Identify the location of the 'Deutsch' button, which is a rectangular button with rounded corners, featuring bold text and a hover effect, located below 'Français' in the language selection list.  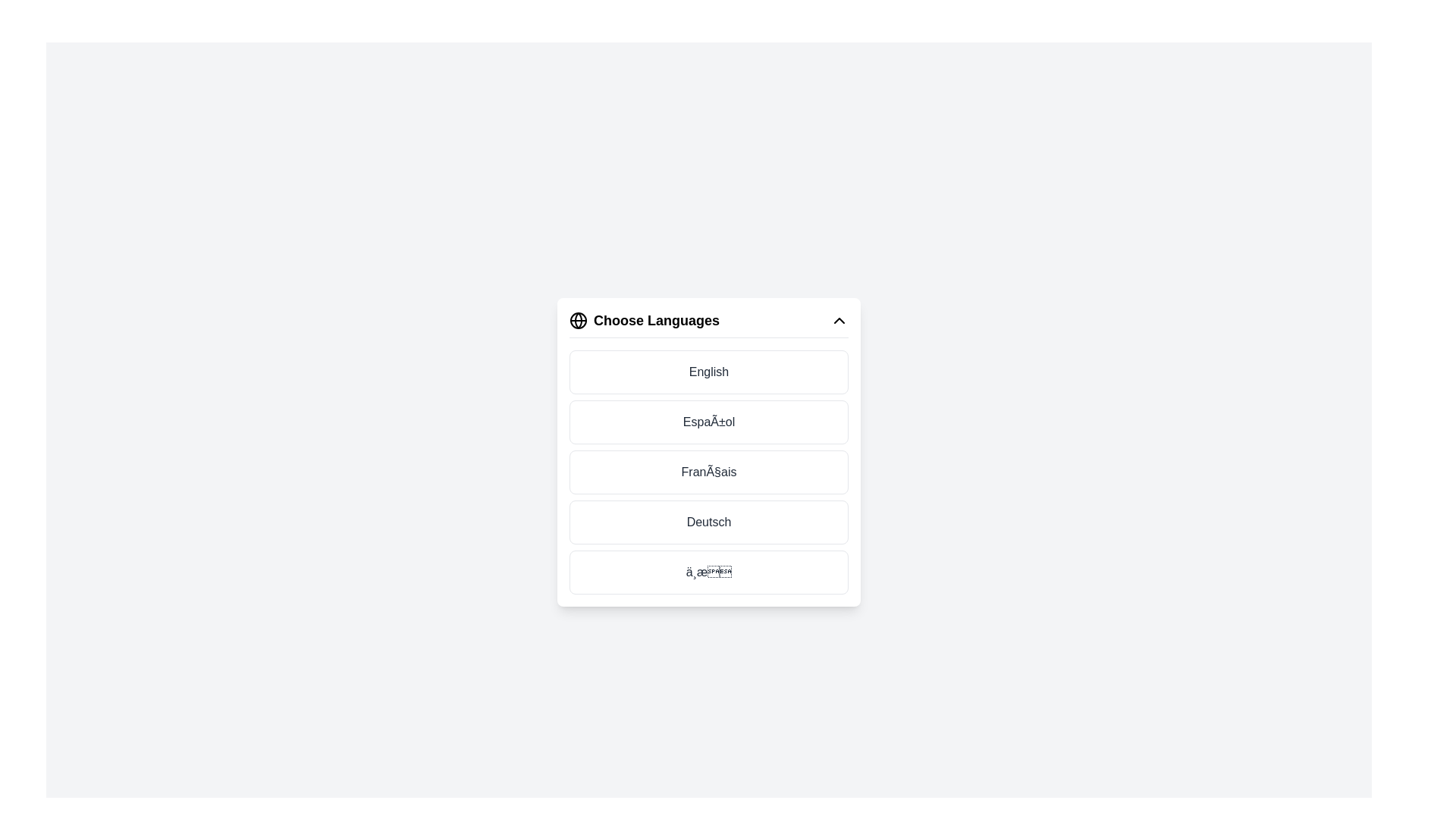
(708, 521).